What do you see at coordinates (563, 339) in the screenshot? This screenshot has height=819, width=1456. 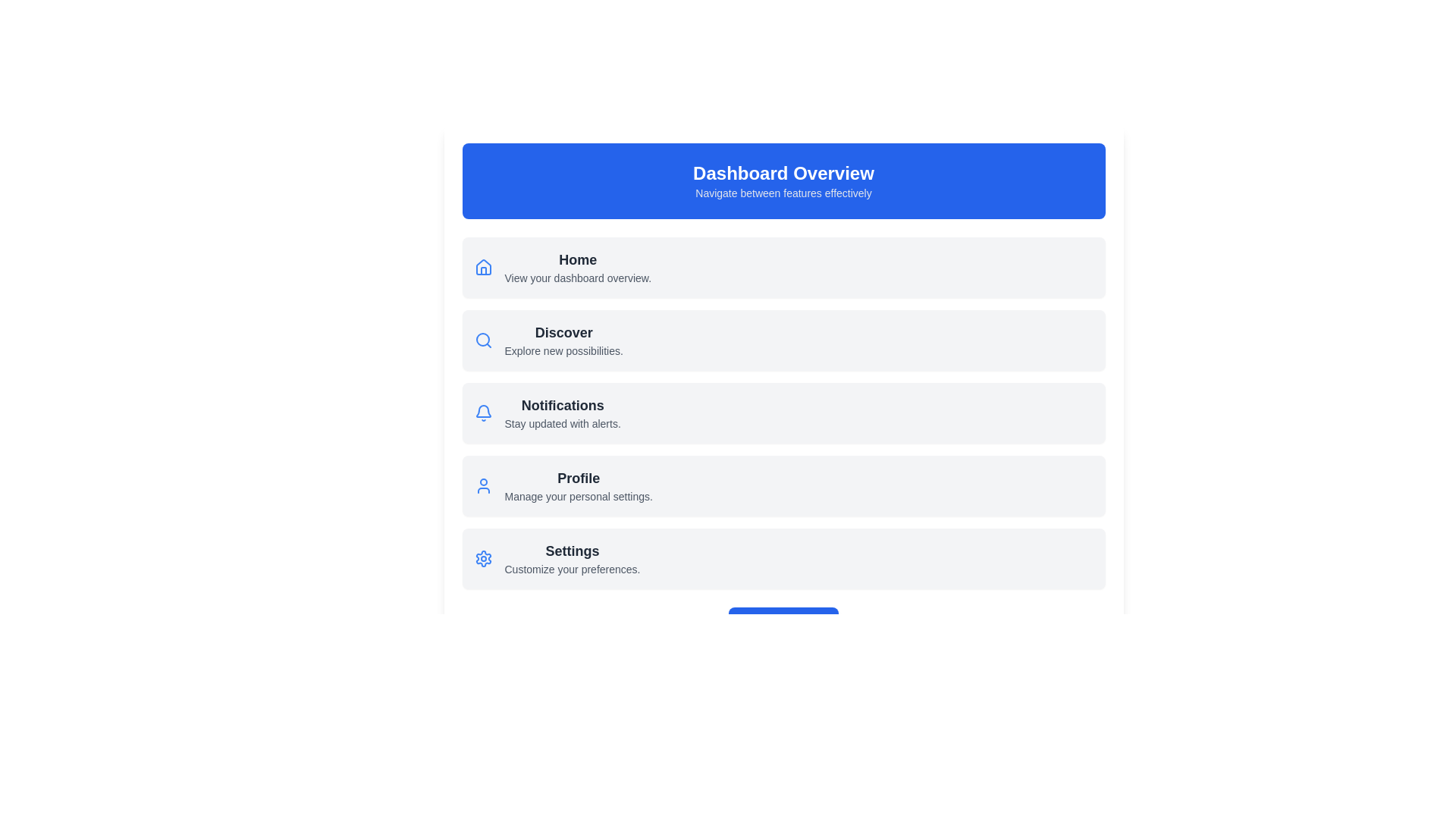 I see `the 'Discover' text label within the clickable card that is the second entry in the vertical list of menu options` at bounding box center [563, 339].